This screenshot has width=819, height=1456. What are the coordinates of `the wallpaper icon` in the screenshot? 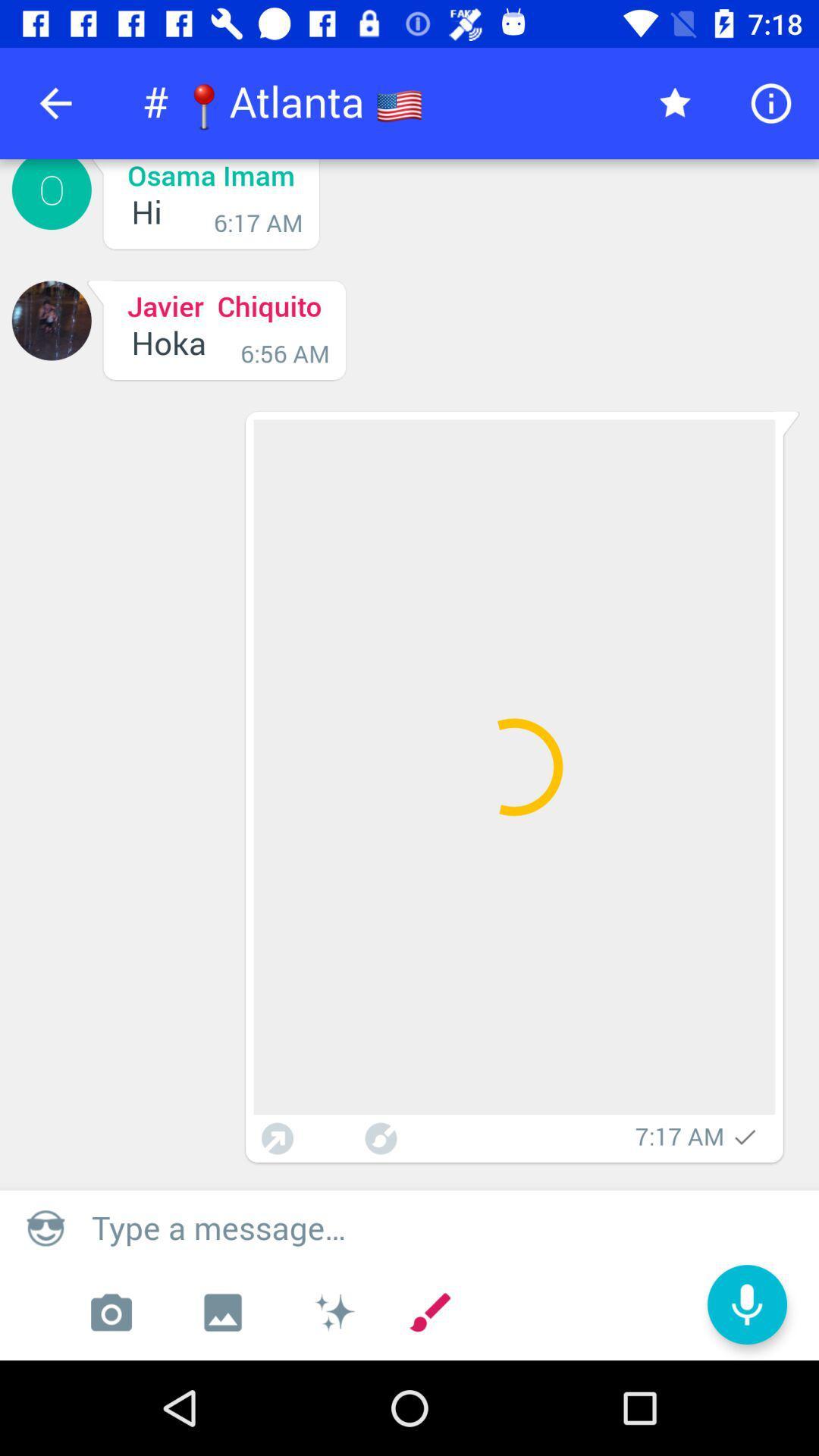 It's located at (222, 1312).